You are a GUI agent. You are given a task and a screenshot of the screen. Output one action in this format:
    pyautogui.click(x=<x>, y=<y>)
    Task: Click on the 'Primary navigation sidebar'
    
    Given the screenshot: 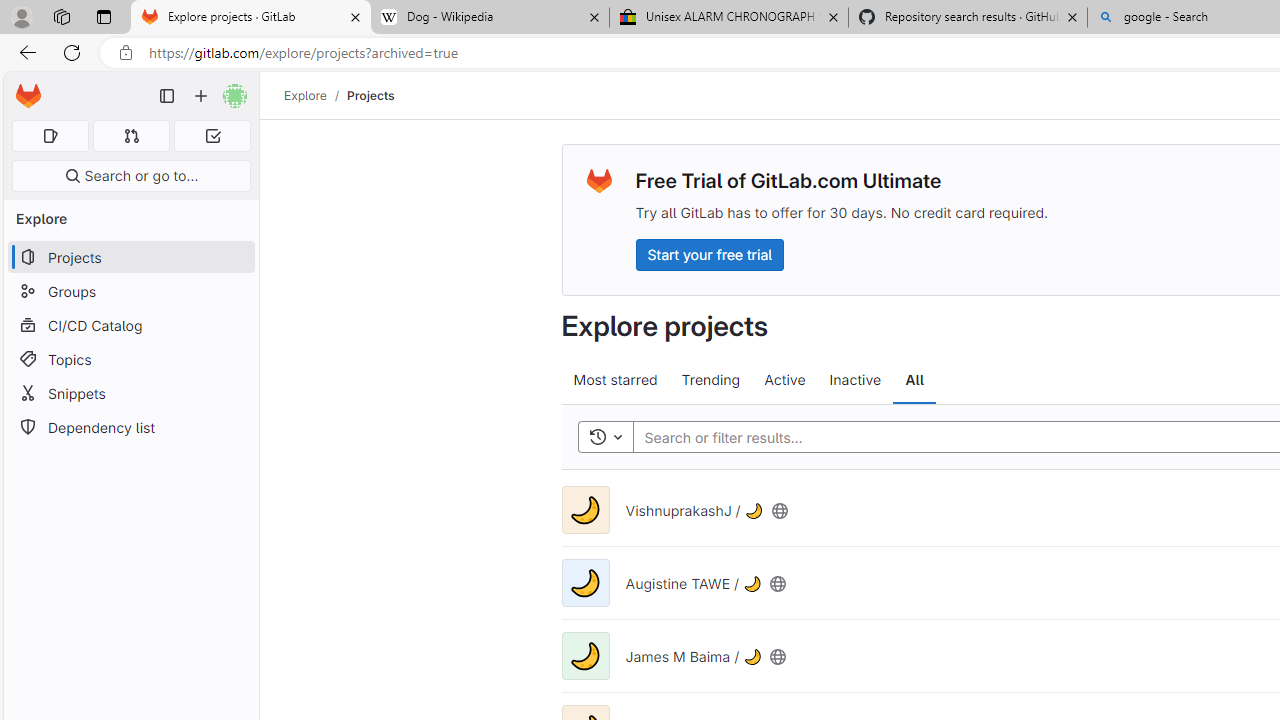 What is the action you would take?
    pyautogui.click(x=167, y=96)
    